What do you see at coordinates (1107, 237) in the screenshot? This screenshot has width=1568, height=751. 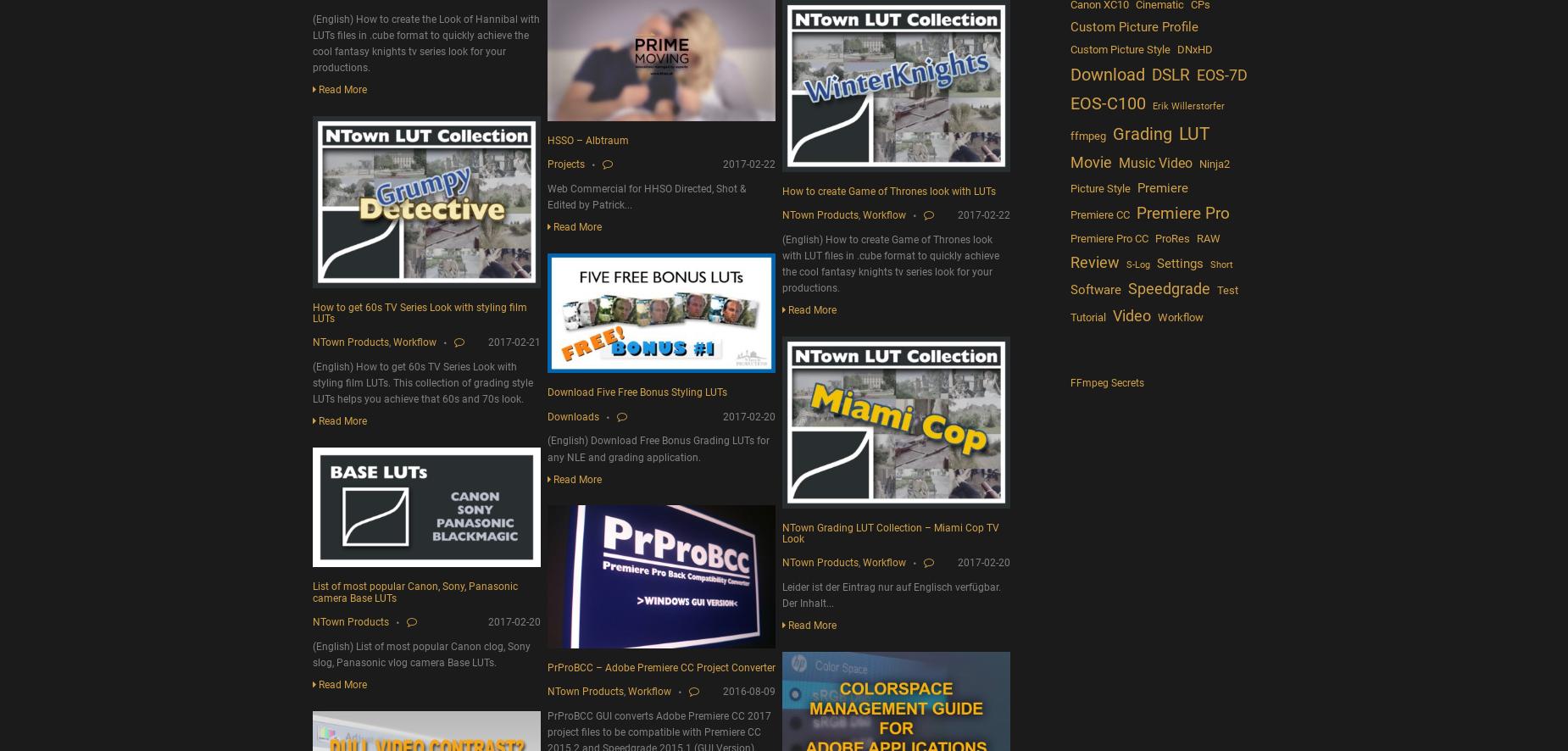 I see `'Premiere Pro CC'` at bounding box center [1107, 237].